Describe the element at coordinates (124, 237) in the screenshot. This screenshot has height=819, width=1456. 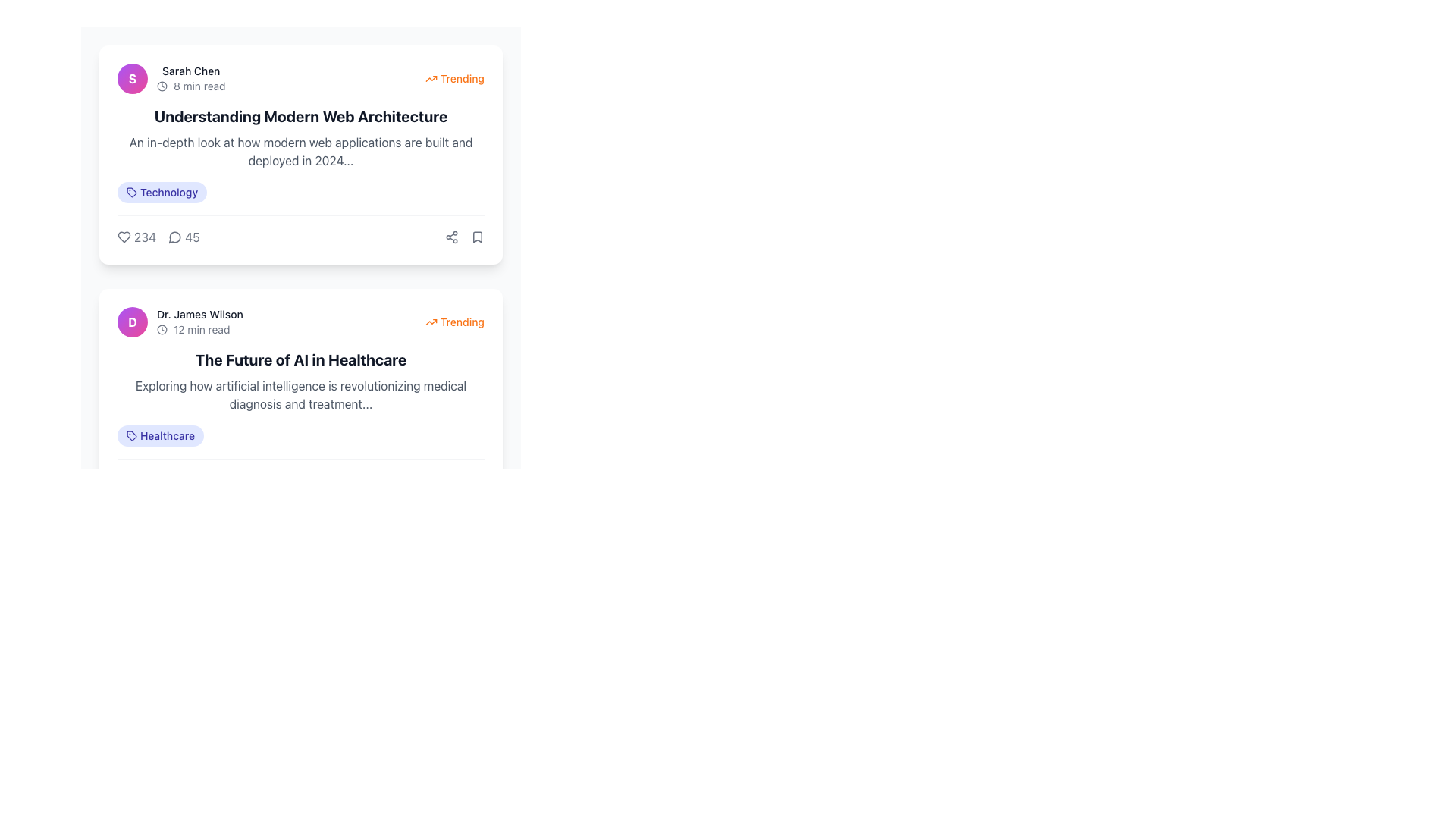
I see `the heart icon located at the lower portion of the article card summarizing 'Understanding Modern Web Architecture'` at that location.